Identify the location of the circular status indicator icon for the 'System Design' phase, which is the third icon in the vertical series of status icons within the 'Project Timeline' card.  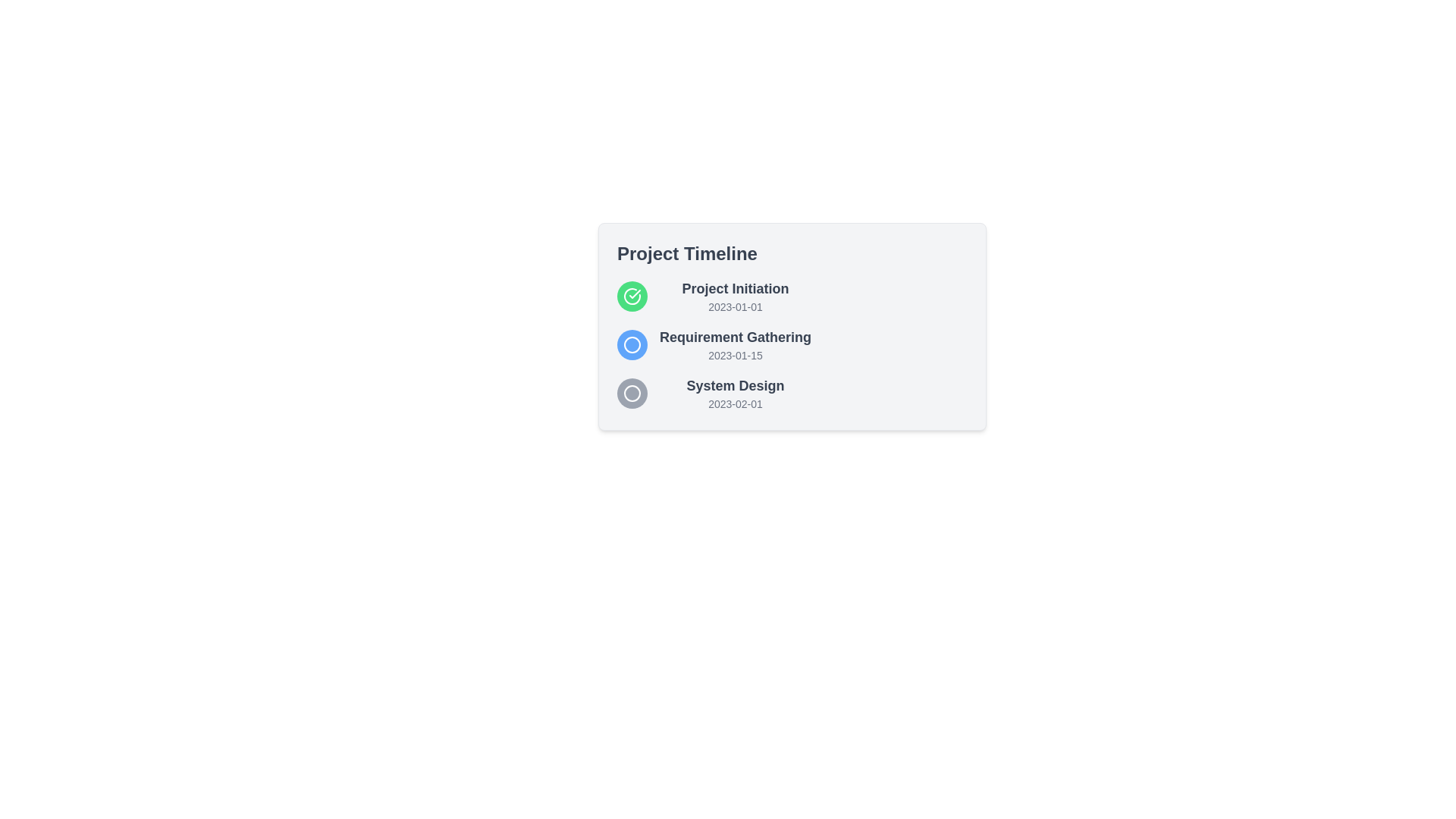
(632, 393).